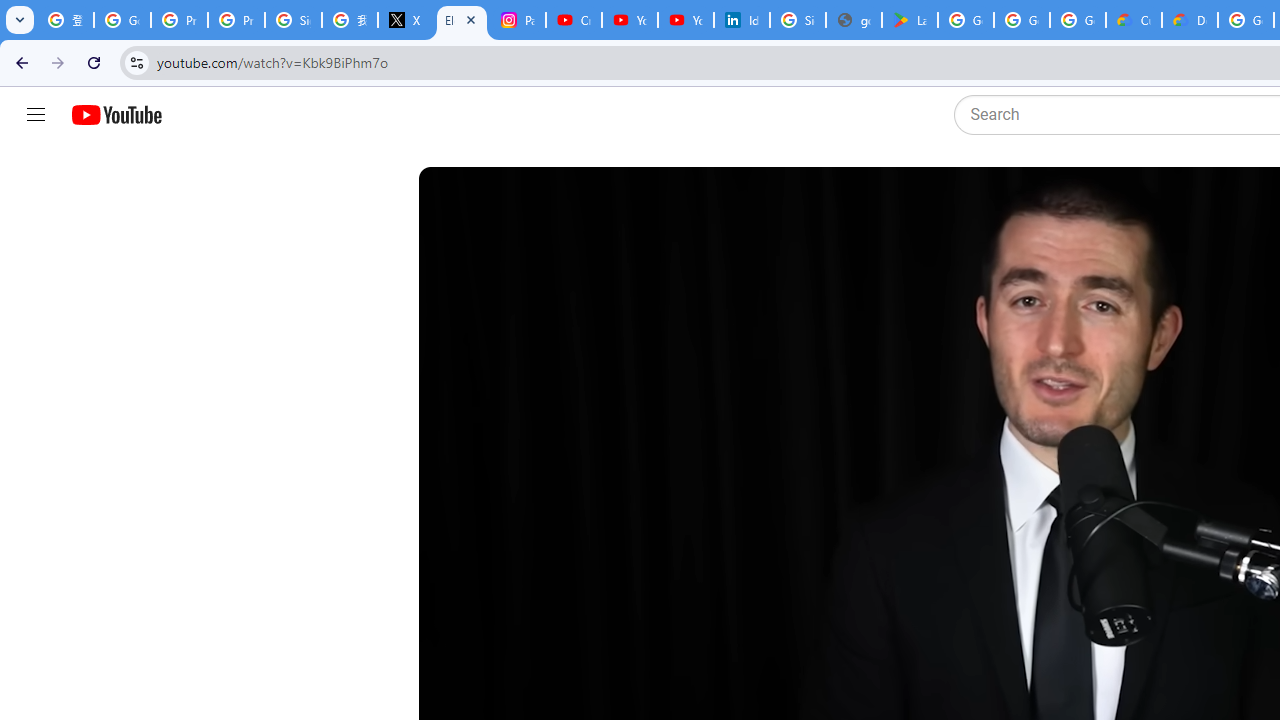  What do you see at coordinates (404, 20) in the screenshot?
I see `'X'` at bounding box center [404, 20].